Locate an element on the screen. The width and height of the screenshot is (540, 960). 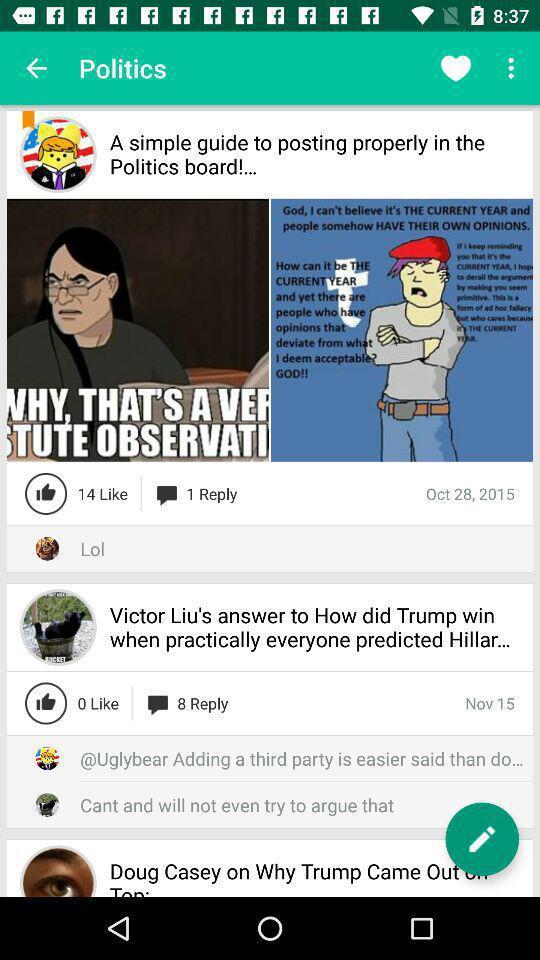
option is located at coordinates (481, 839).